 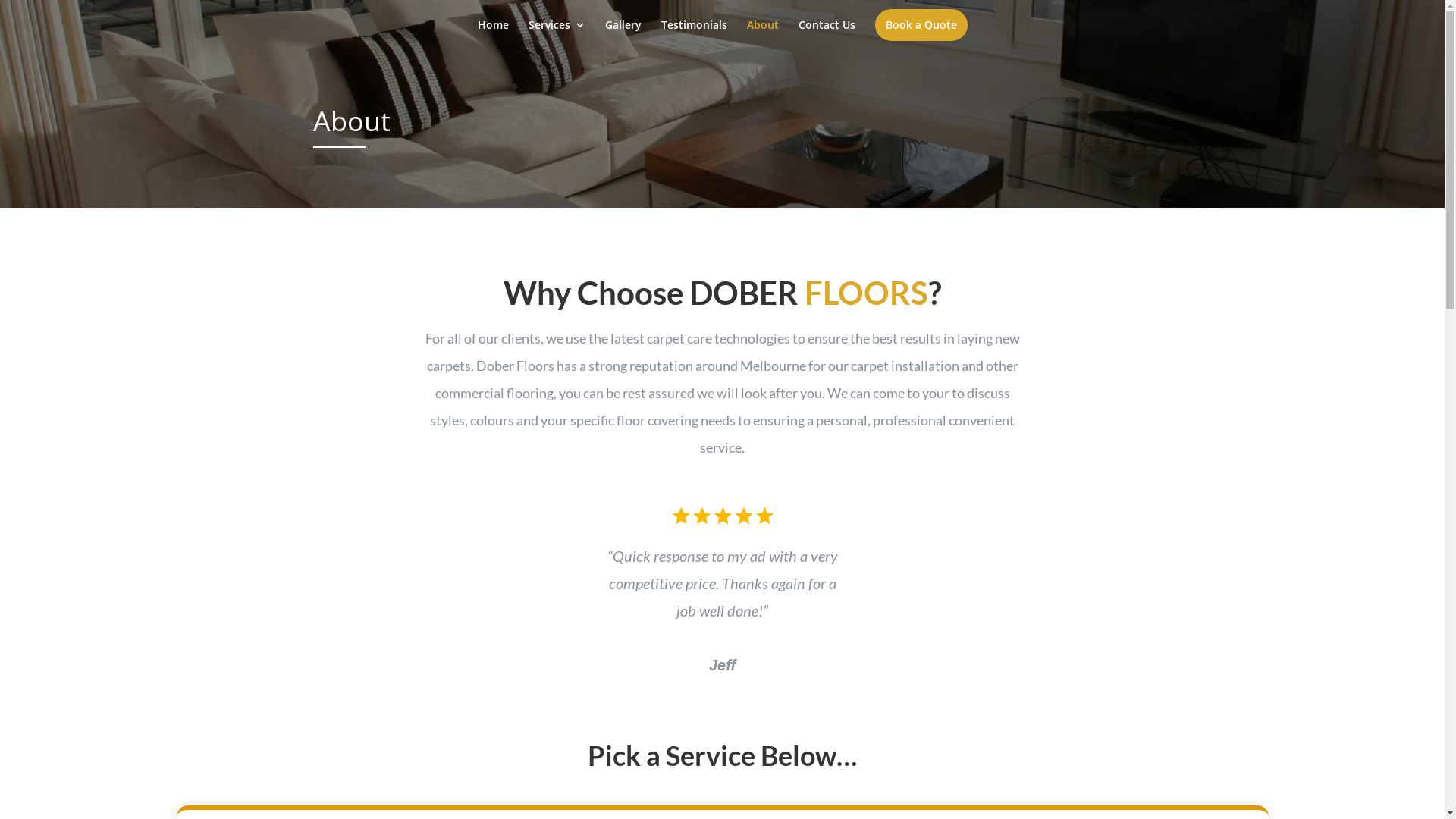 I want to click on 'About', so click(x=761, y=34).